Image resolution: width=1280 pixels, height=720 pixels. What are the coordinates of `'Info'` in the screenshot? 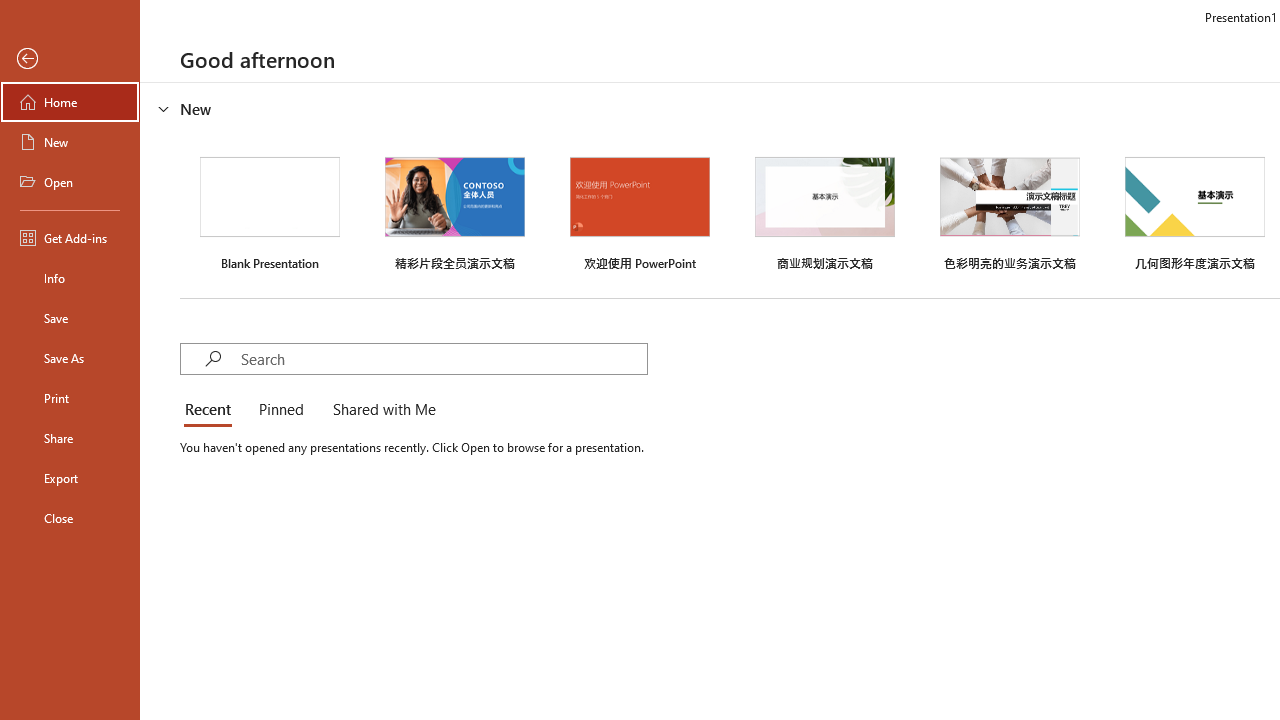 It's located at (69, 277).